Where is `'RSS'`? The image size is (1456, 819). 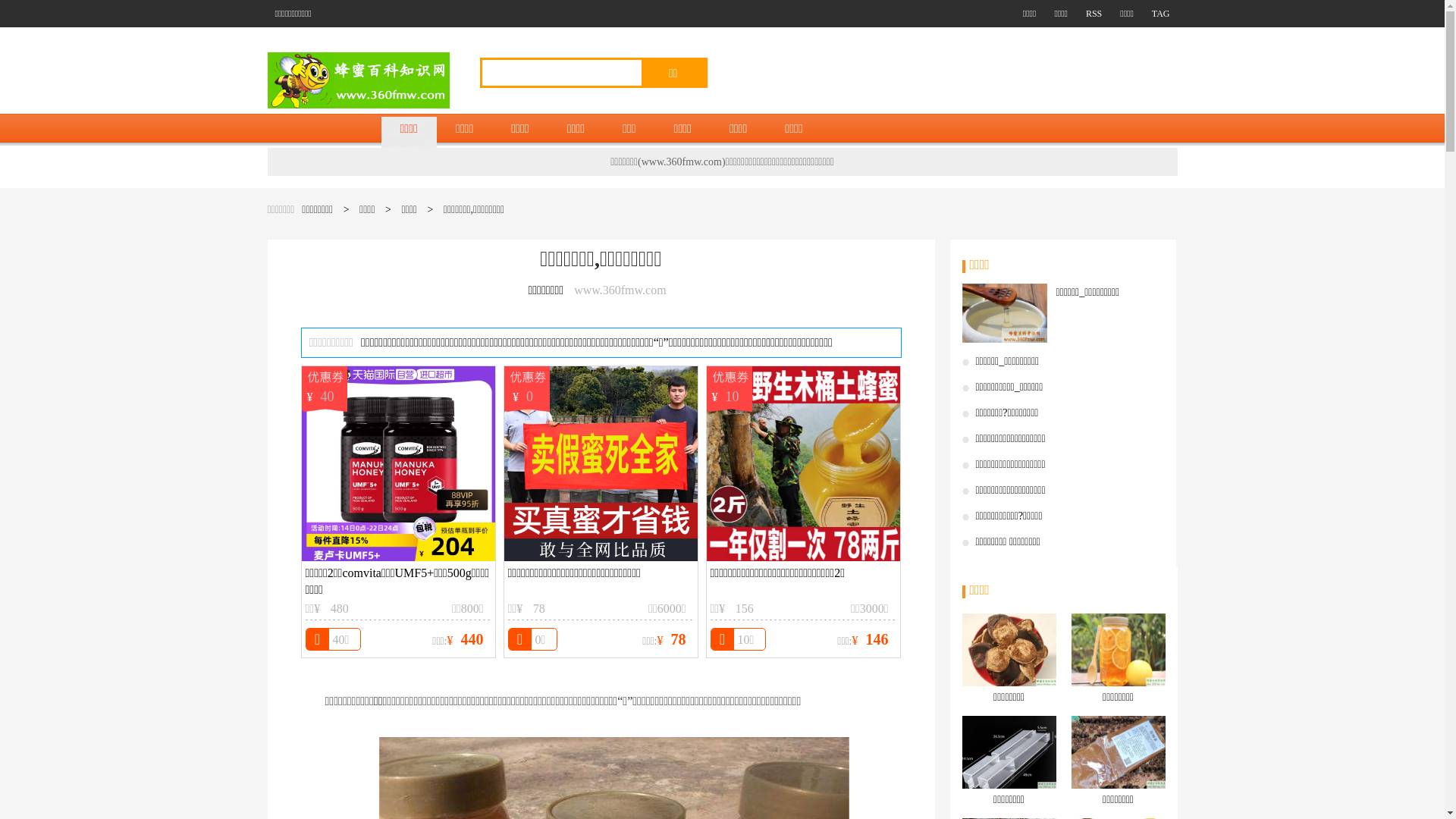
'RSS' is located at coordinates (1086, 14).